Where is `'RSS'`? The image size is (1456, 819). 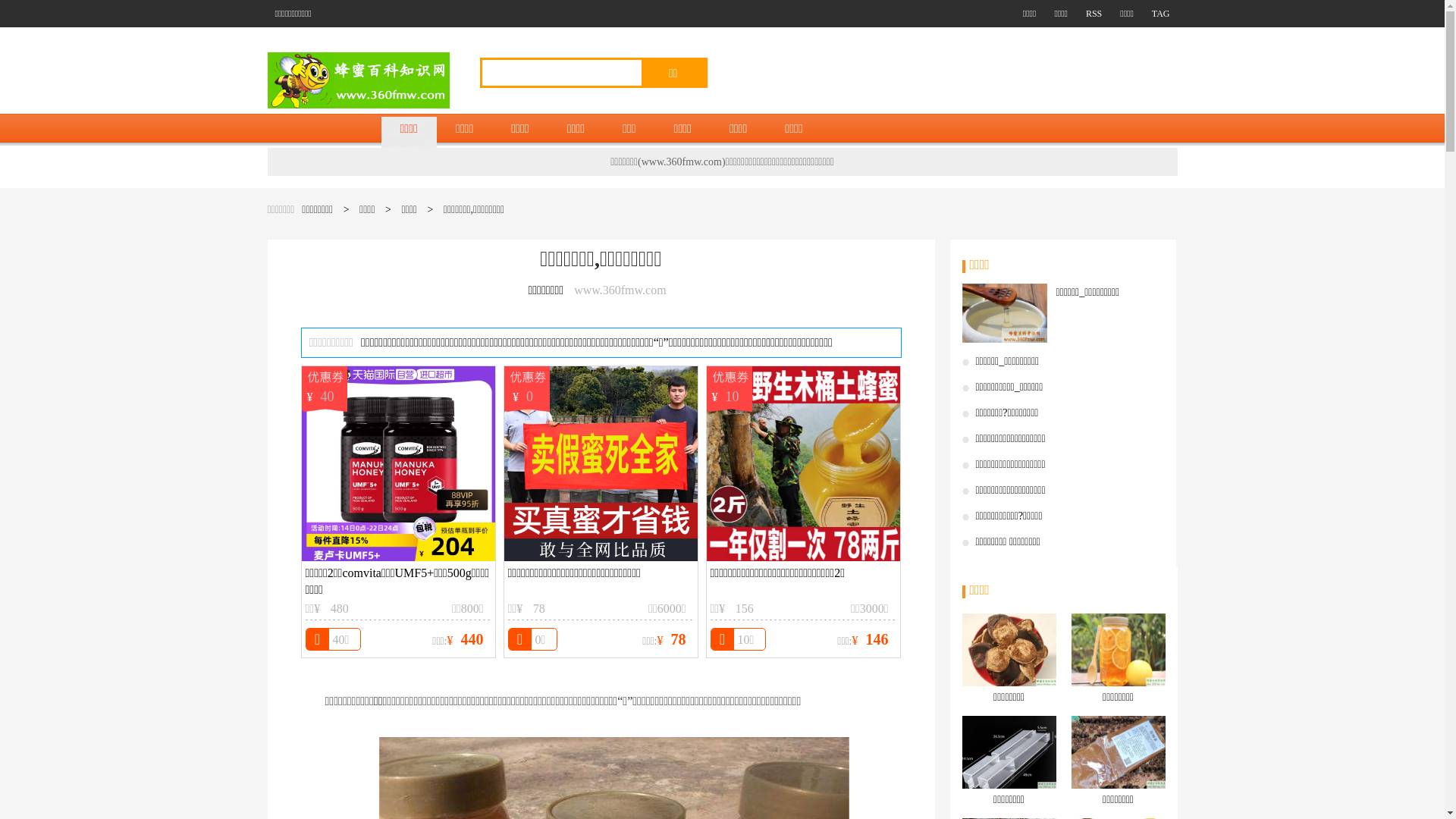
'RSS' is located at coordinates (1086, 14).